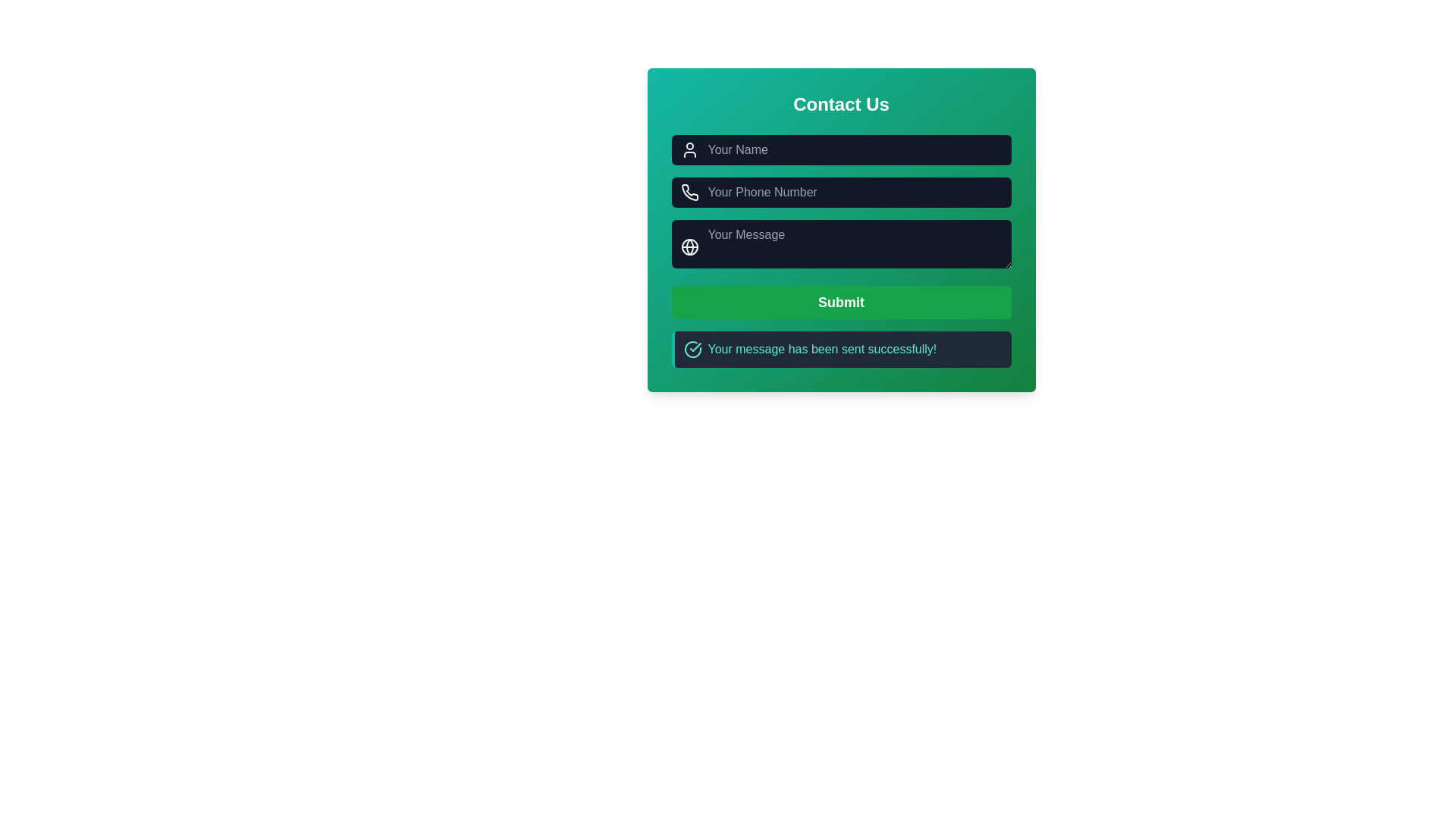 This screenshot has height=819, width=1456. I want to click on the Notification message box that displays the message 'Your message has been sent successfully!' with a teal left border and a checkmark icon, so click(840, 350).